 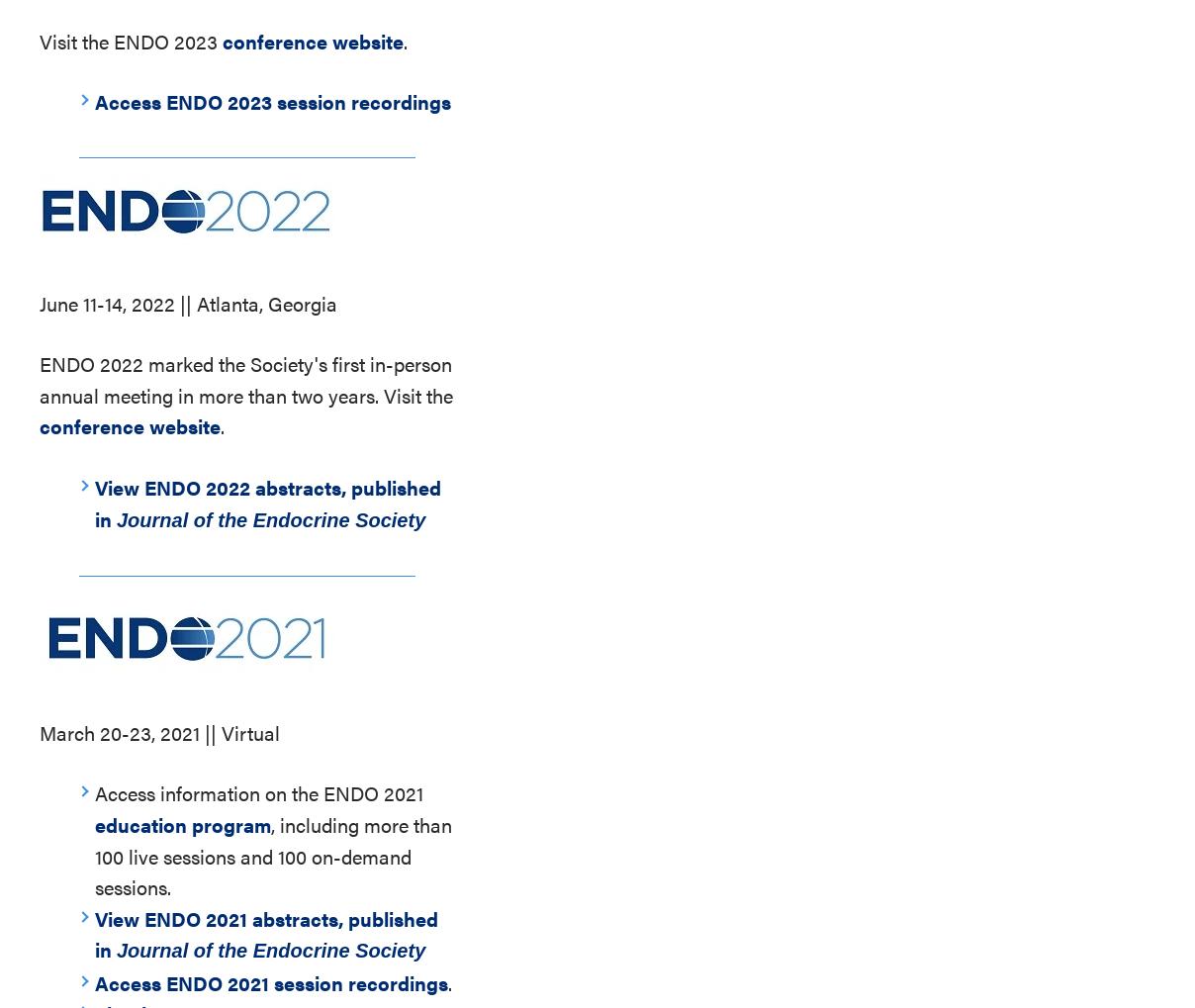 What do you see at coordinates (273, 854) in the screenshot?
I see `', including more than 100 live sessions and 100 on-demand sessions.'` at bounding box center [273, 854].